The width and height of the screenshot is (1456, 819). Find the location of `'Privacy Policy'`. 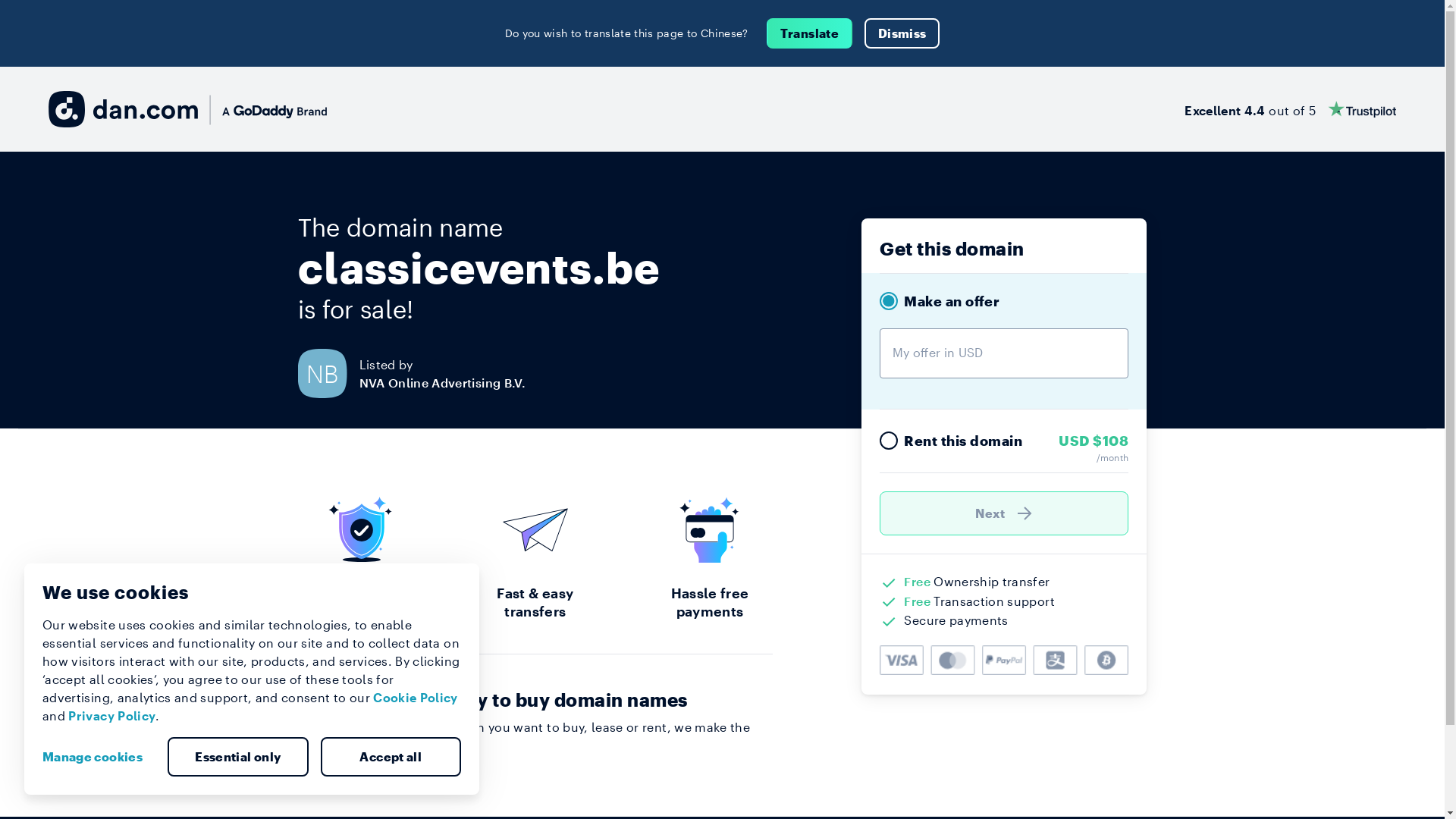

'Privacy Policy' is located at coordinates (67, 715).